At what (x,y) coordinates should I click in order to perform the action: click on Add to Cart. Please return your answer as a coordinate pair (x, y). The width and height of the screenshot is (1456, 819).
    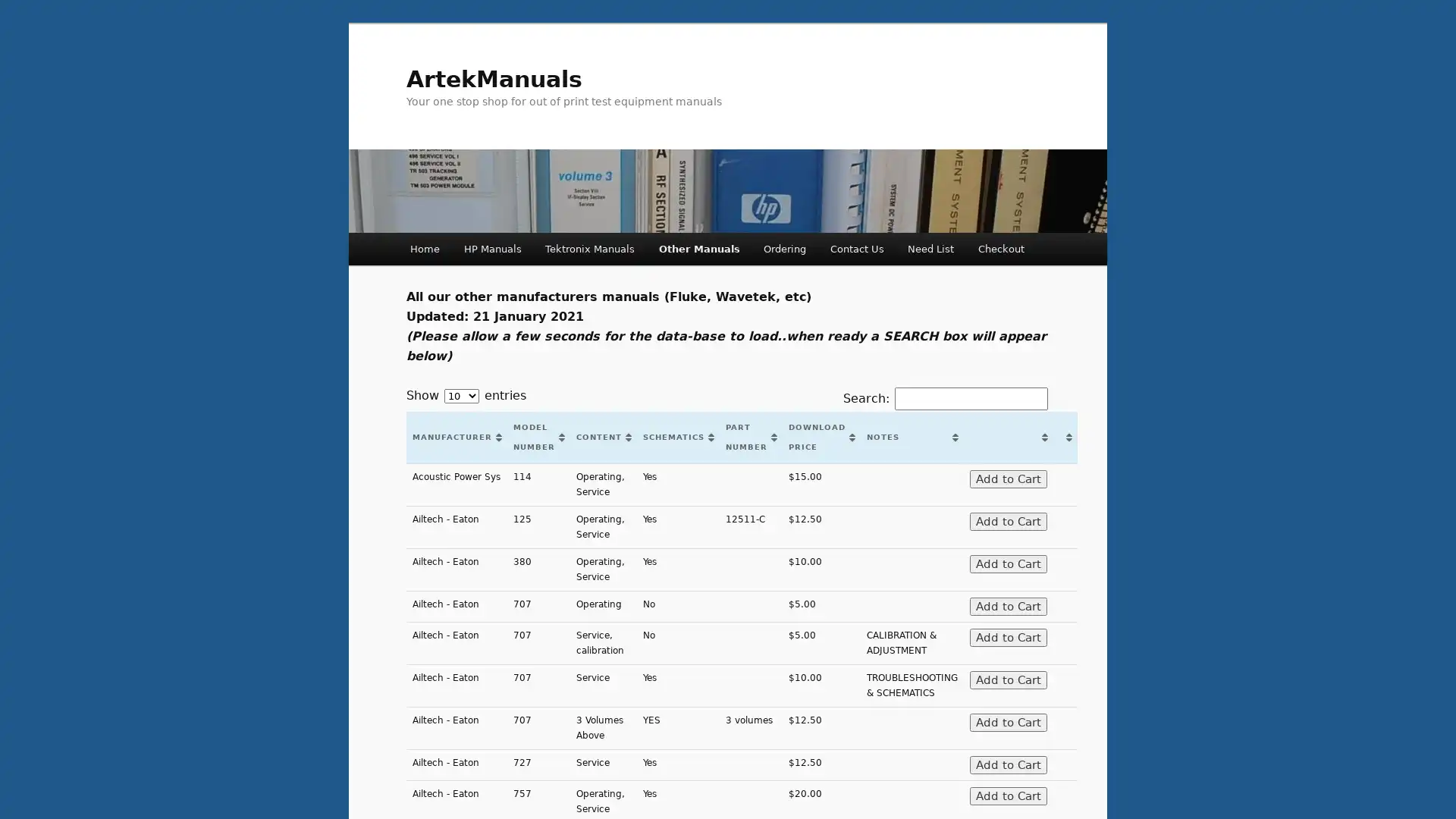
    Looking at the image, I should click on (1008, 564).